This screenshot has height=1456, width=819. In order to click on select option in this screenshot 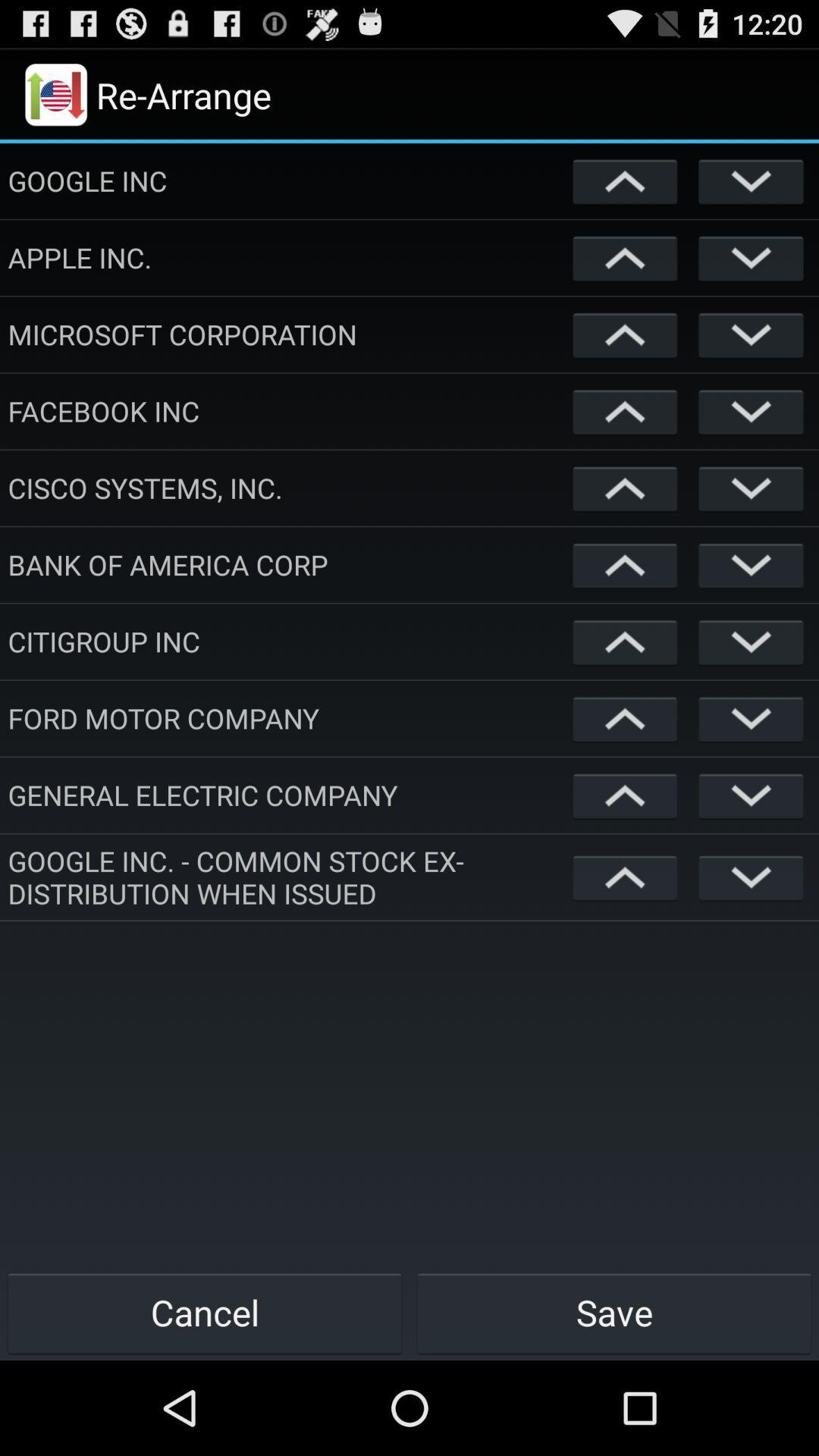, I will do `click(751, 717)`.